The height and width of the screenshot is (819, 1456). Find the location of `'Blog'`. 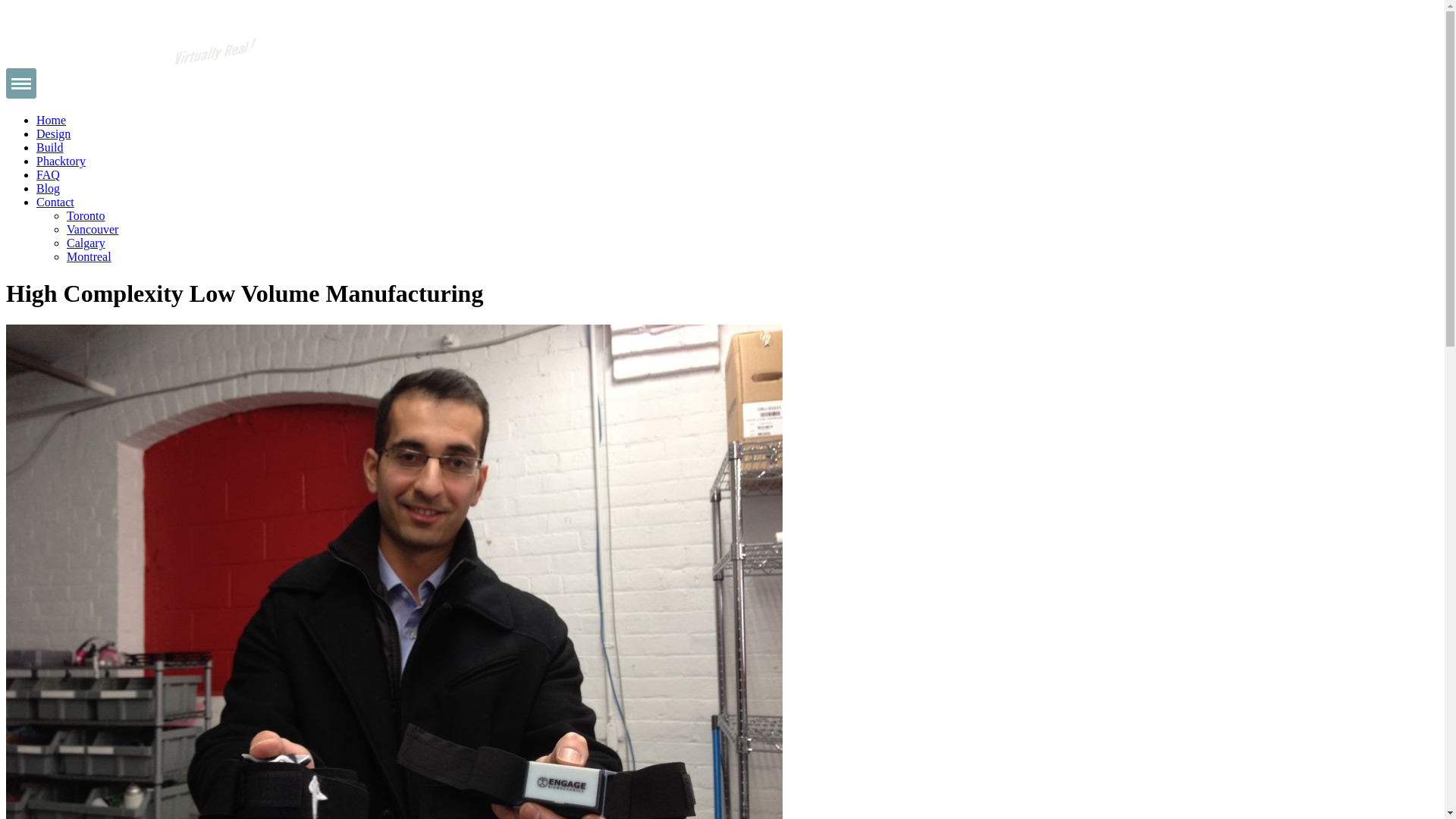

'Blog' is located at coordinates (48, 187).